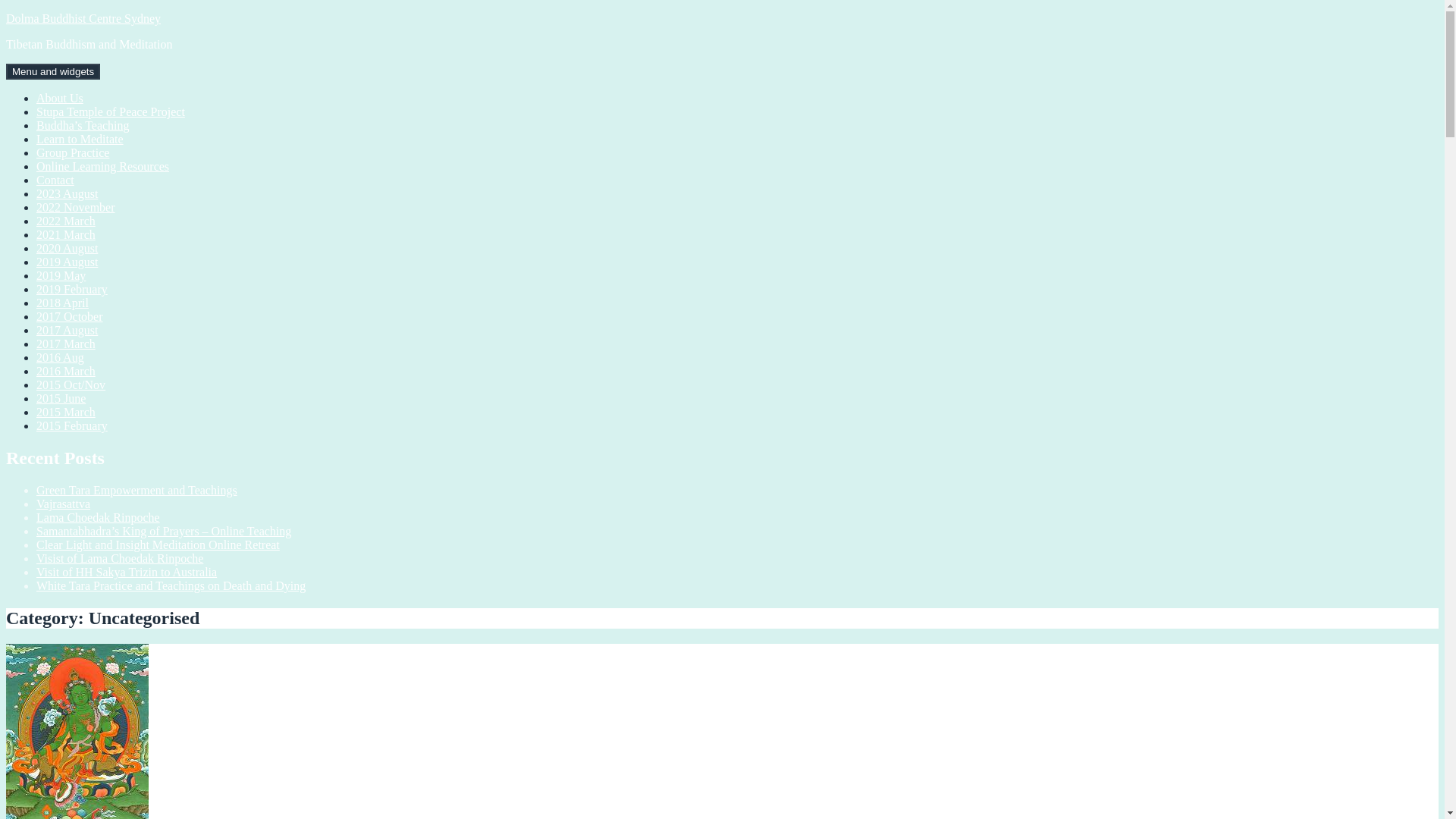 This screenshot has height=819, width=1456. Describe the element at coordinates (83, 18) in the screenshot. I see `'Dolma Buddhist Centre Sydney'` at that location.